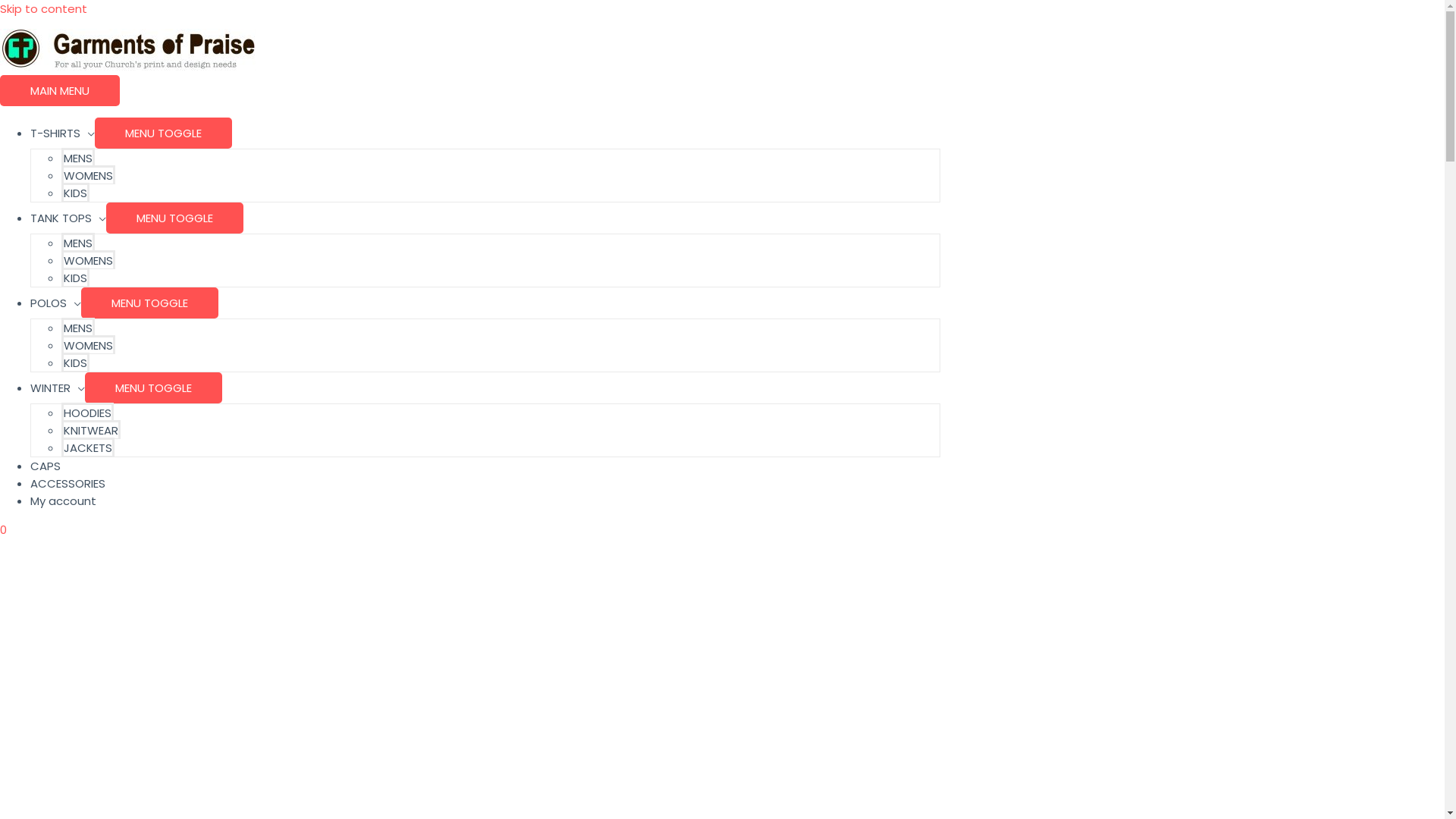 This screenshot has height=819, width=1456. What do you see at coordinates (77, 241) in the screenshot?
I see `'MENS'` at bounding box center [77, 241].